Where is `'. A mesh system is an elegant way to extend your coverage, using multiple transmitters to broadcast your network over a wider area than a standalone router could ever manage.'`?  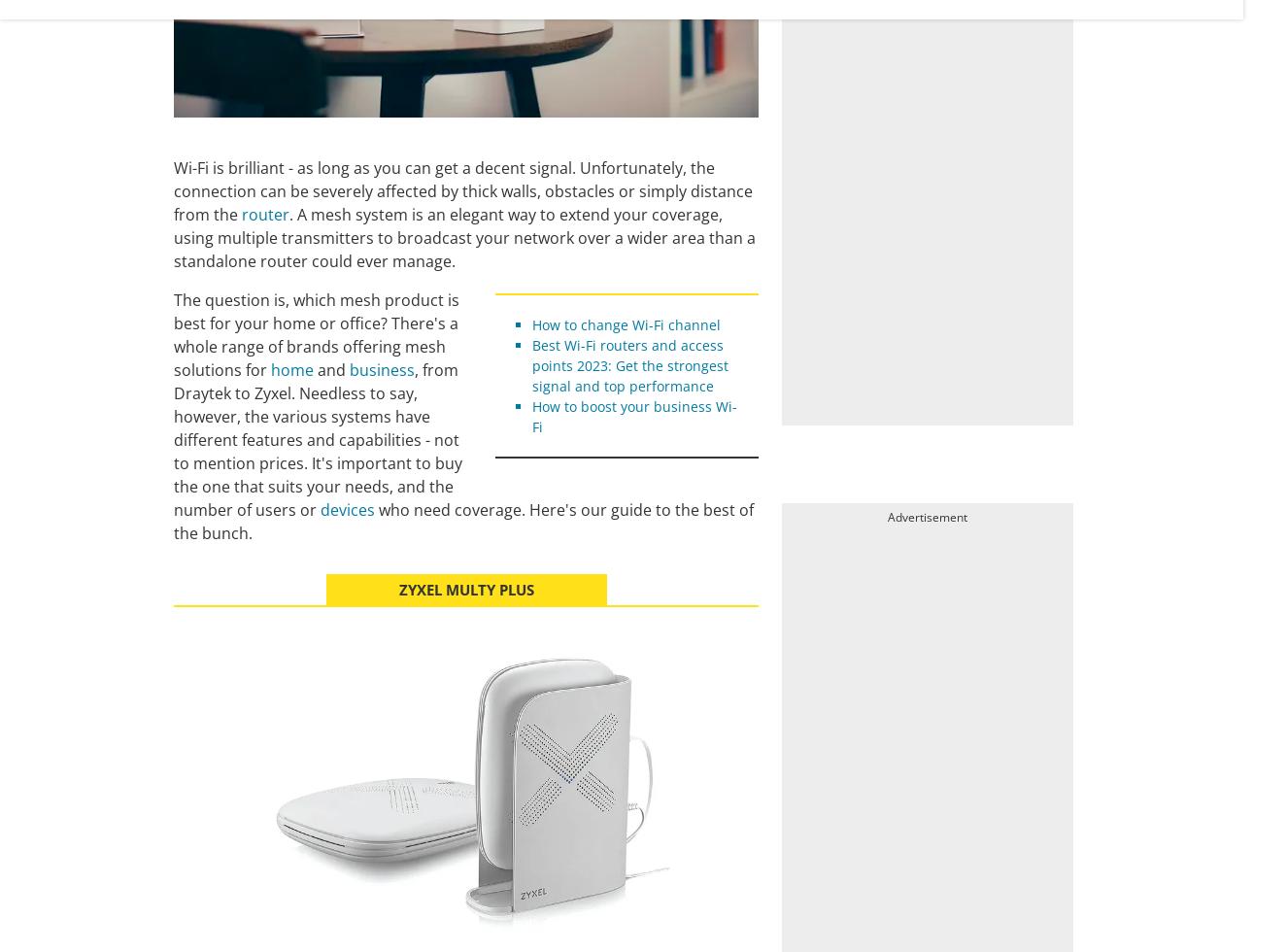 '. A mesh system is an elegant way to extend your coverage, using multiple transmitters to broadcast your network over a wider area than a standalone router could ever manage.' is located at coordinates (463, 238).